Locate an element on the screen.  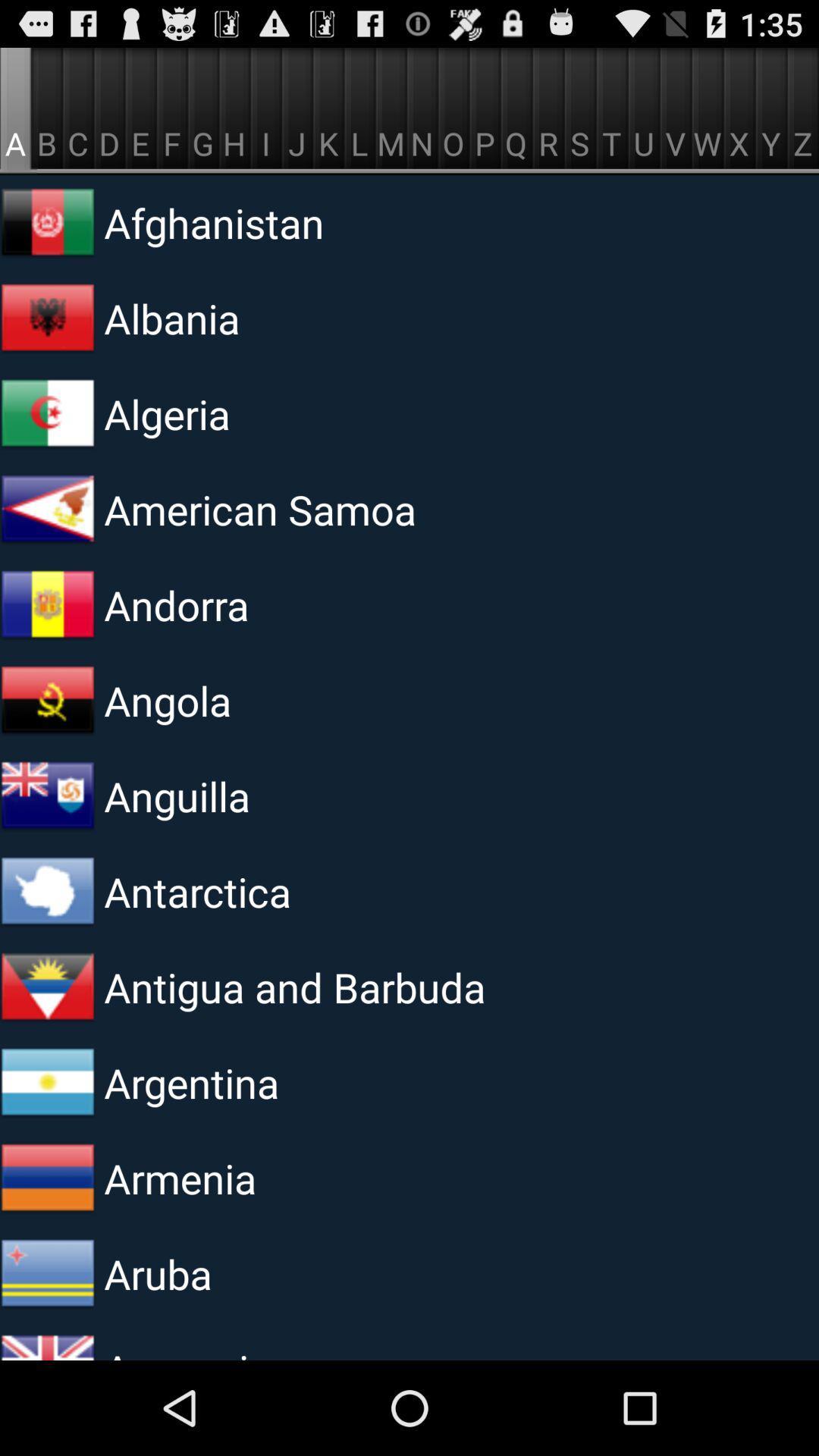
the national_flag icon is located at coordinates (46, 1261).